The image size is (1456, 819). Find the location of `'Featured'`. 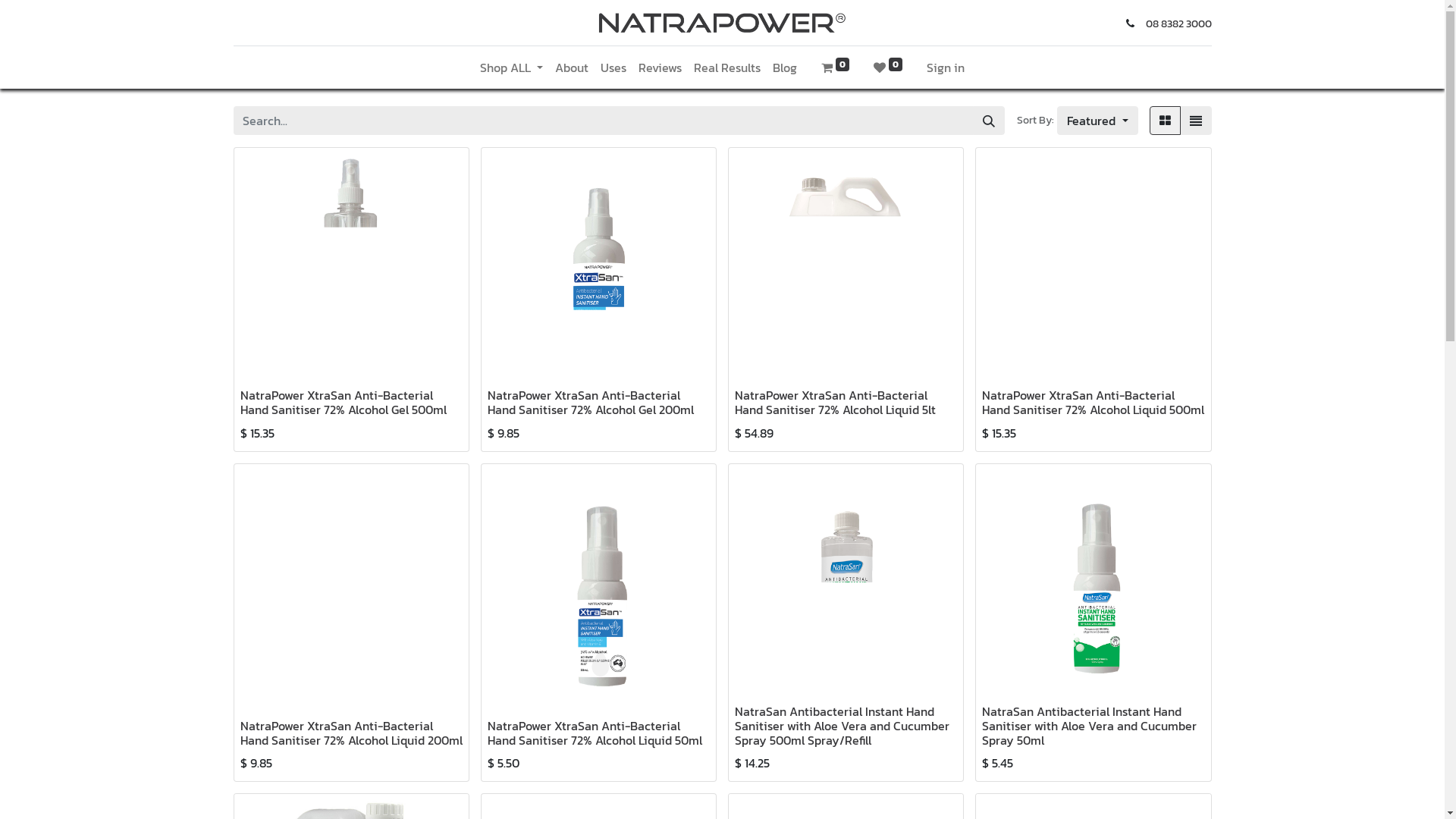

'Featured' is located at coordinates (1056, 119).